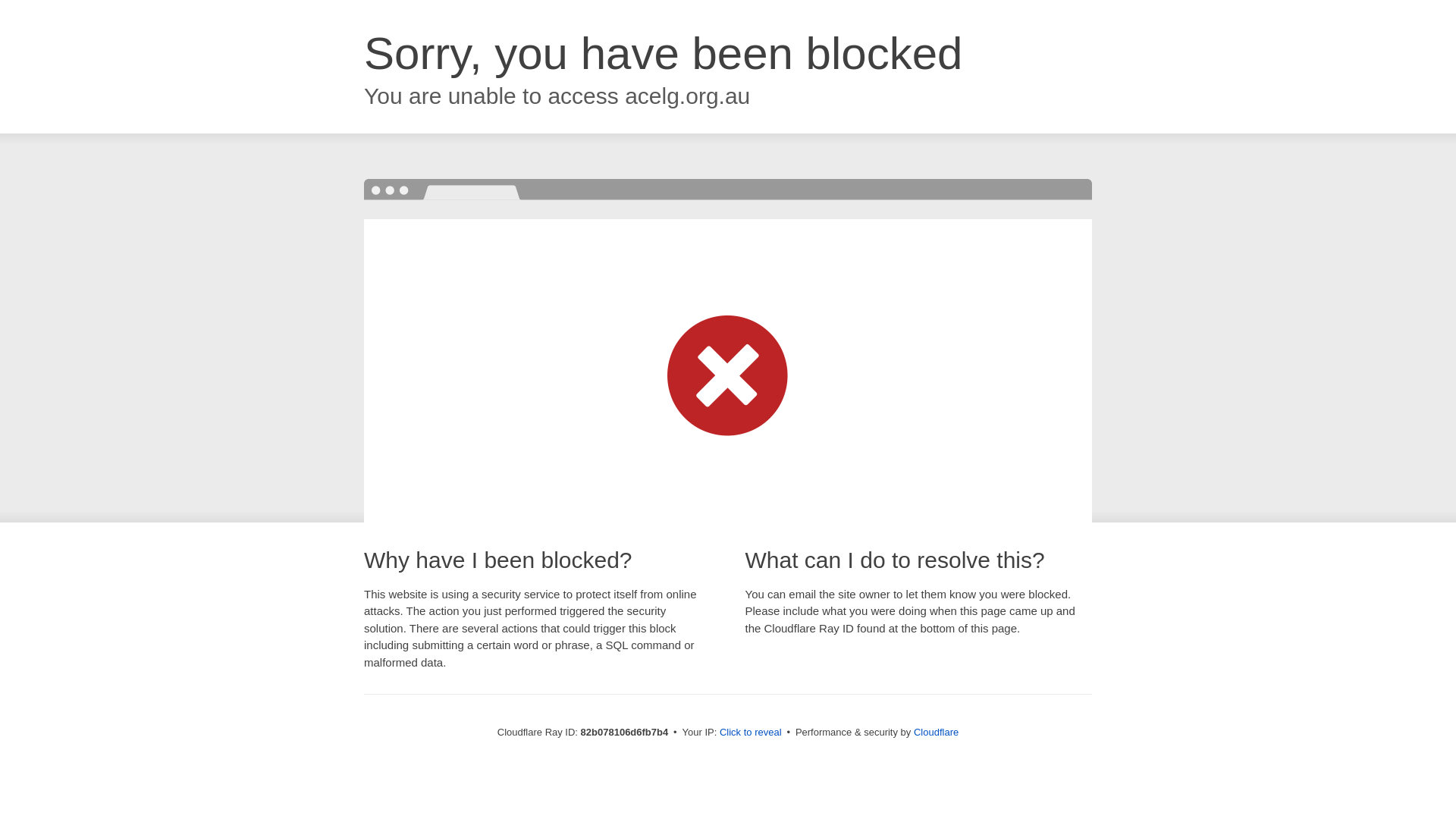 The height and width of the screenshot is (819, 1456). Describe the element at coordinates (912, 731) in the screenshot. I see `'Cloudflare'` at that location.